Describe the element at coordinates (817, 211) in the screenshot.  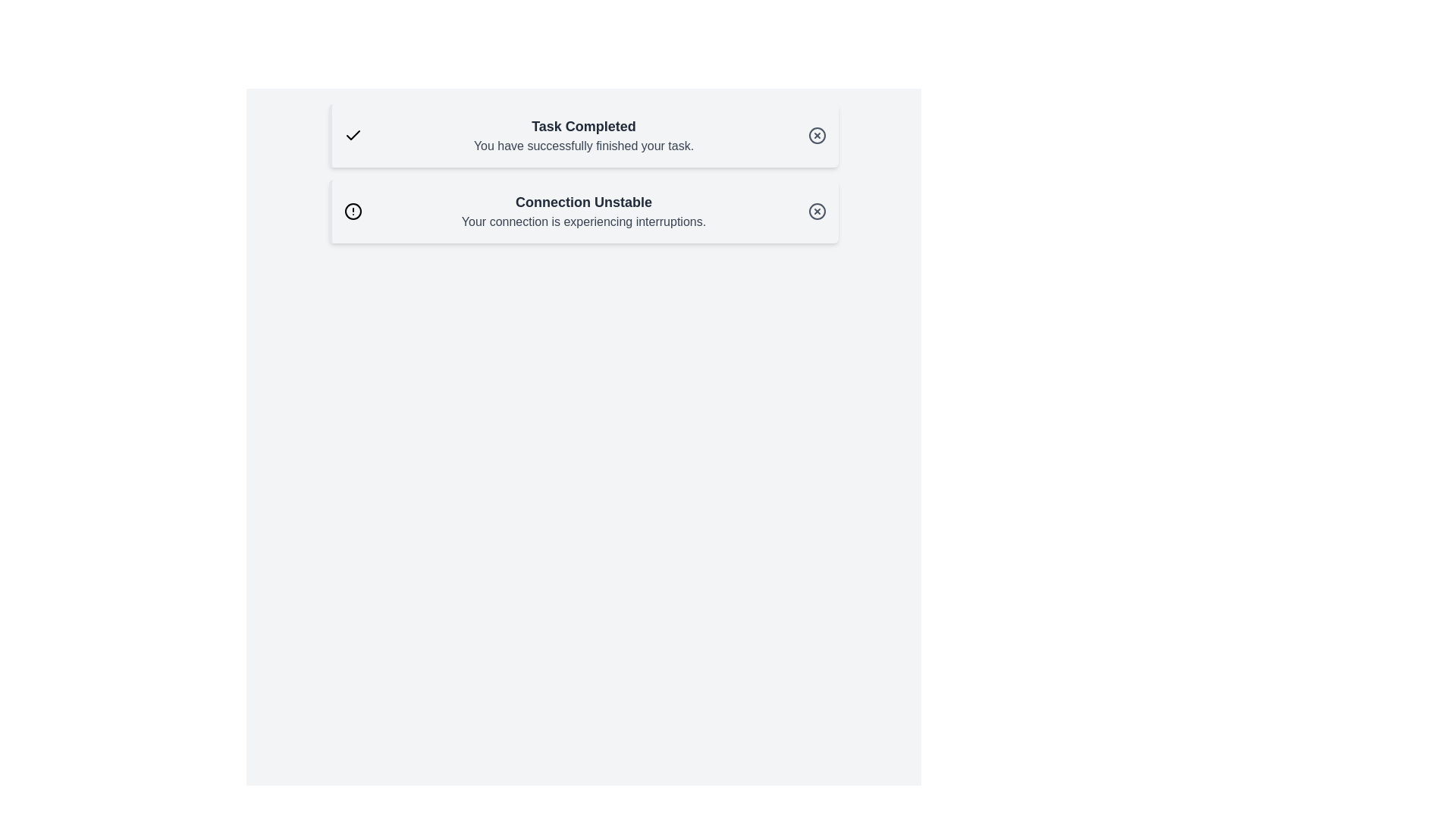
I see `the dismiss button located at the far-right edge of the notification component titled 'Connection Unstable'` at that location.